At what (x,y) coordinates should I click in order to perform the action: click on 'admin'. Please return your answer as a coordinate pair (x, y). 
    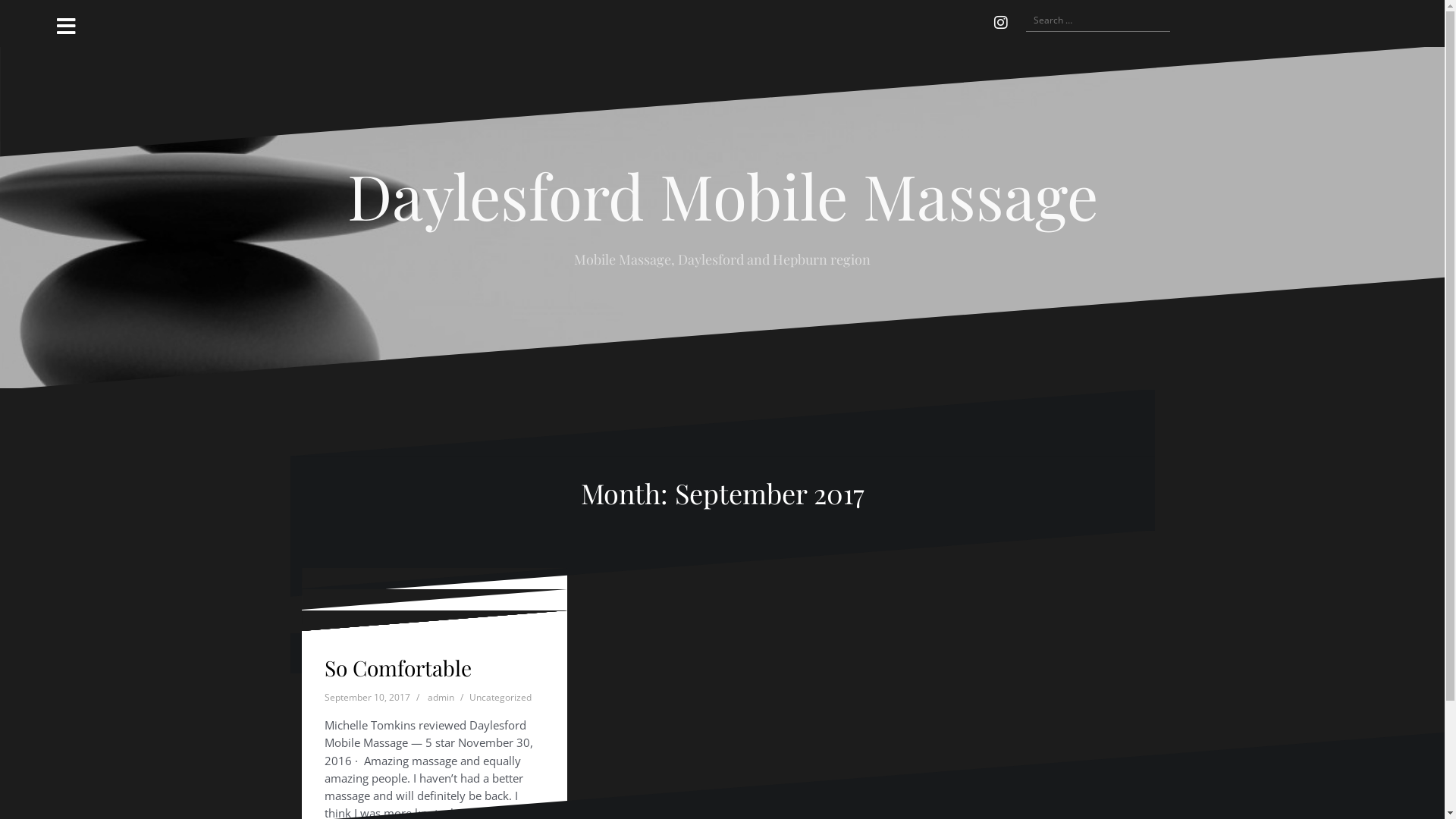
    Looking at the image, I should click on (440, 720).